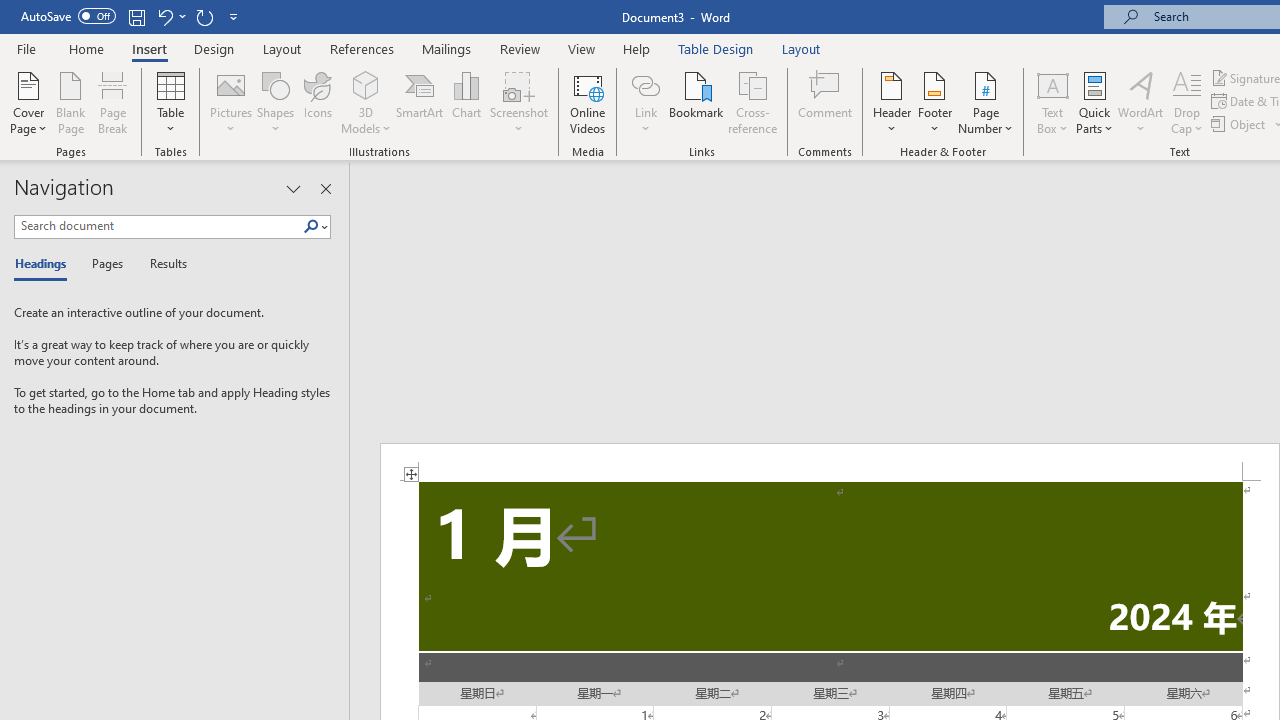 The width and height of the screenshot is (1280, 720). I want to click on 'Drop Cap', so click(1187, 103).